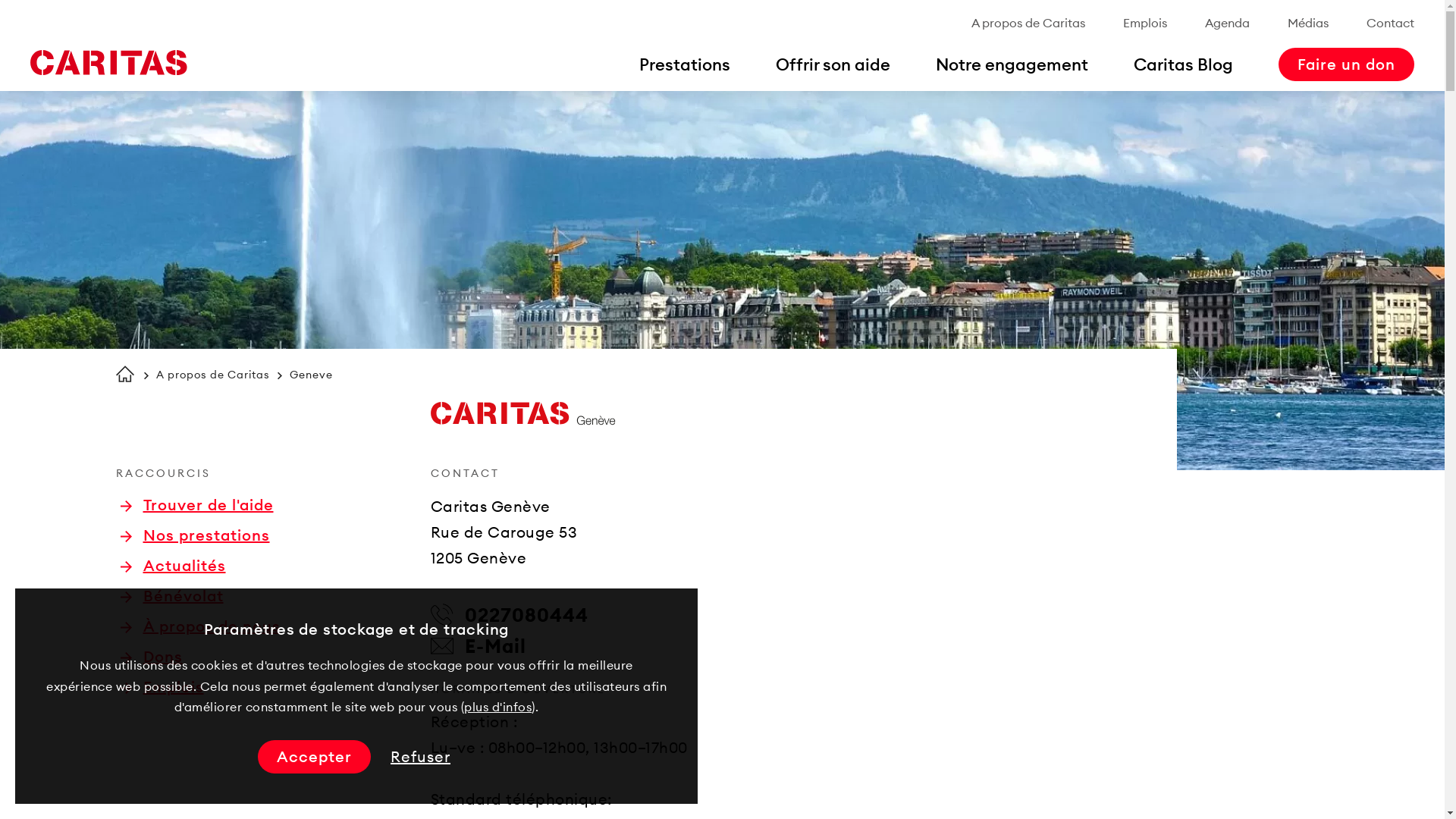 Image resolution: width=1456 pixels, height=819 pixels. Describe the element at coordinates (196, 505) in the screenshot. I see `'Trouver de l'aide'` at that location.